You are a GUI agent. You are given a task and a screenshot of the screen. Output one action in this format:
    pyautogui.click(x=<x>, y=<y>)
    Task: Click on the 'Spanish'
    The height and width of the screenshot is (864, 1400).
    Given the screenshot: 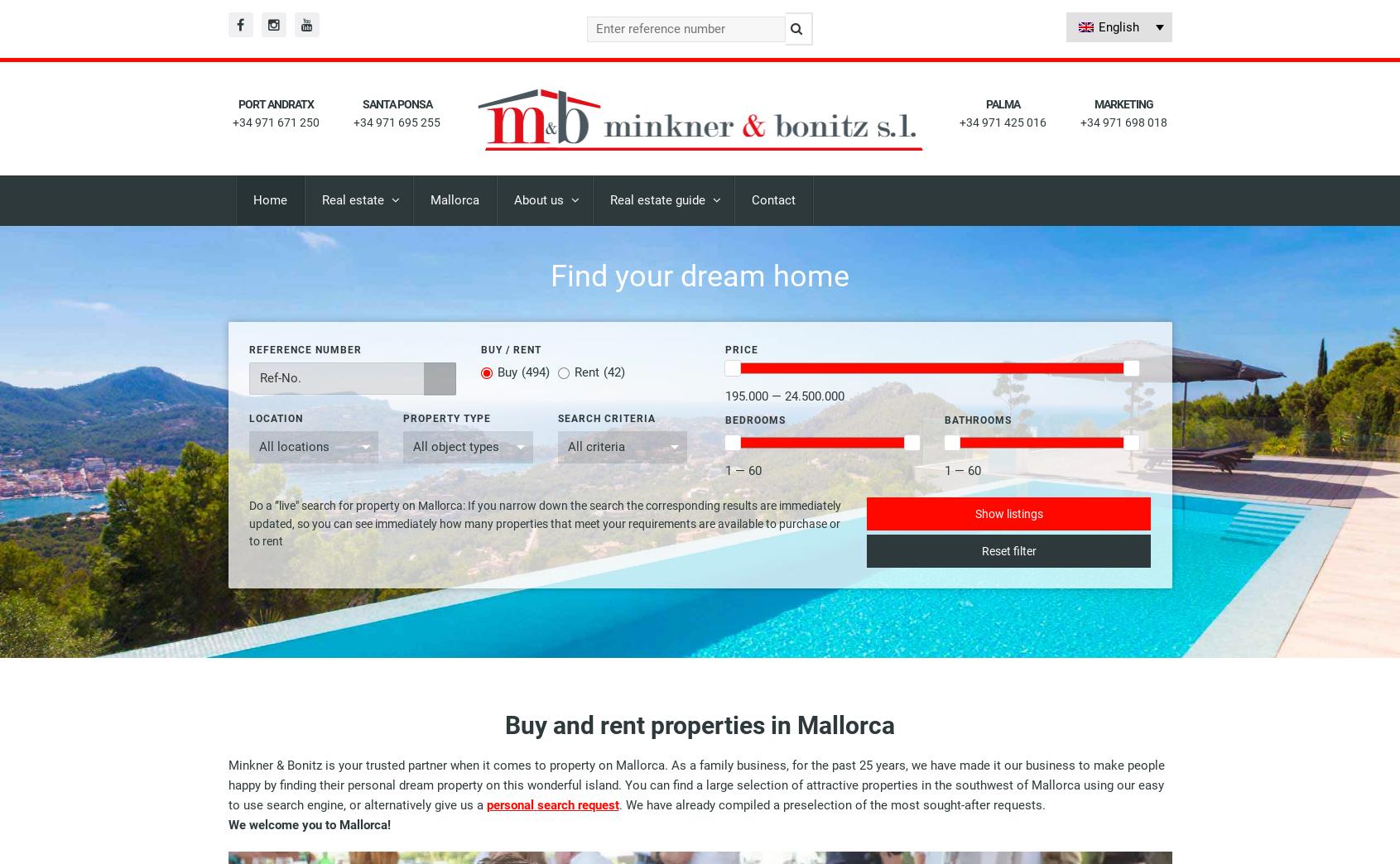 What is the action you would take?
    pyautogui.click(x=1116, y=74)
    